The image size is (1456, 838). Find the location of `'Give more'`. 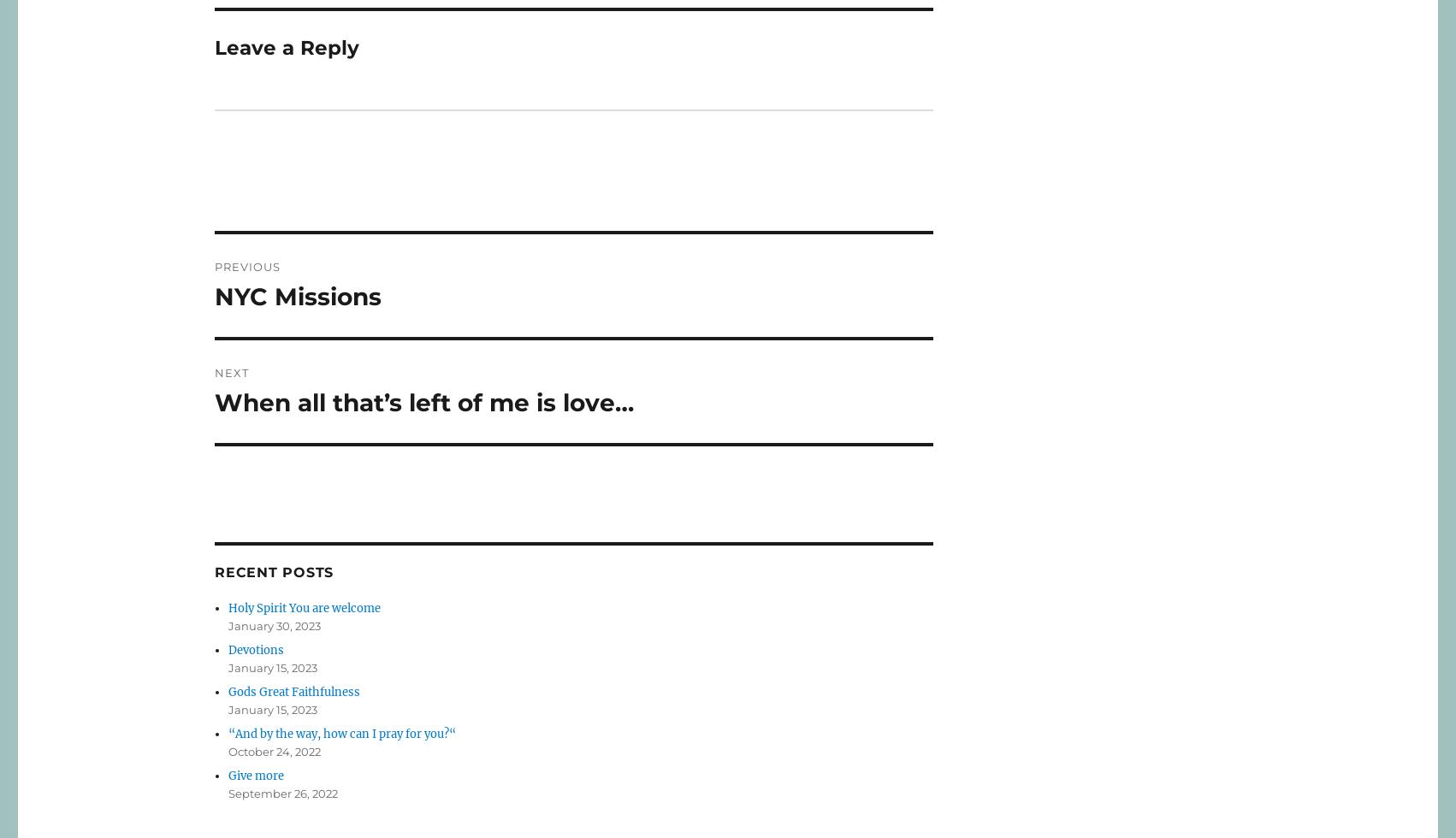

'Give more' is located at coordinates (256, 775).